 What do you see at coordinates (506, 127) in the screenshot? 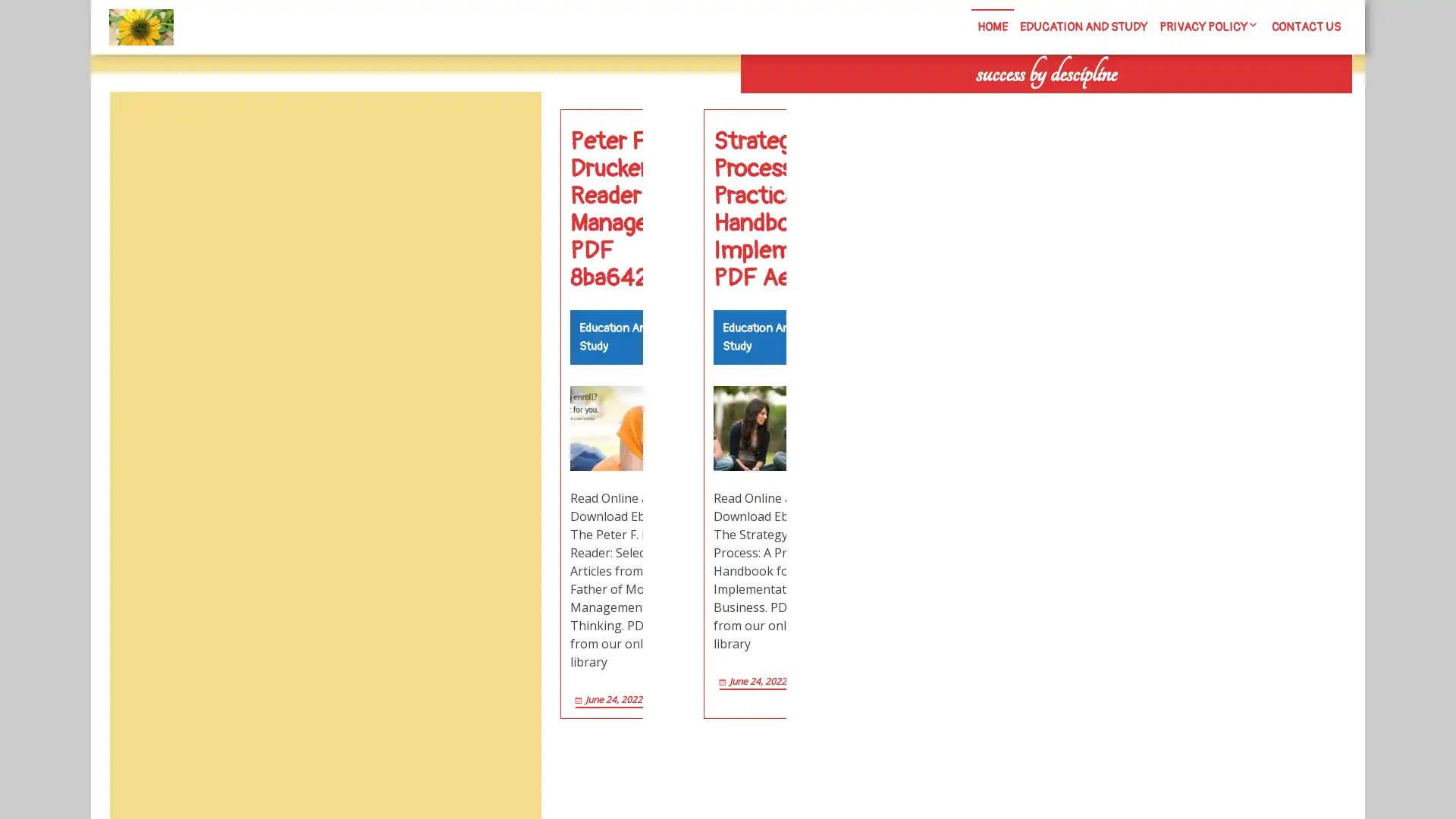
I see `Search` at bounding box center [506, 127].